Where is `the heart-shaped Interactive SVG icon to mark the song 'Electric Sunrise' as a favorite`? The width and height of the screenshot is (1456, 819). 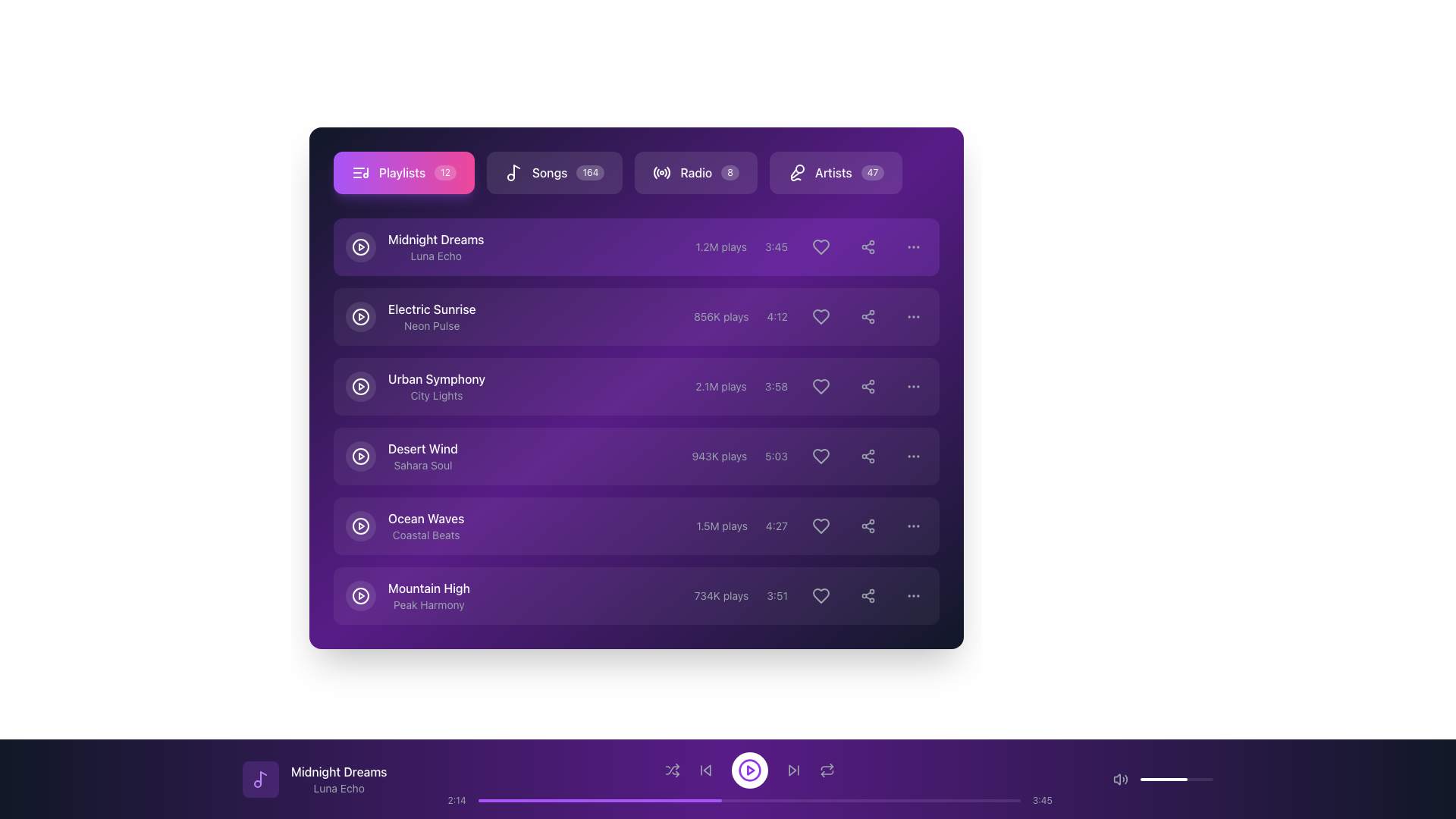 the heart-shaped Interactive SVG icon to mark the song 'Electric Sunrise' as a favorite is located at coordinates (821, 315).